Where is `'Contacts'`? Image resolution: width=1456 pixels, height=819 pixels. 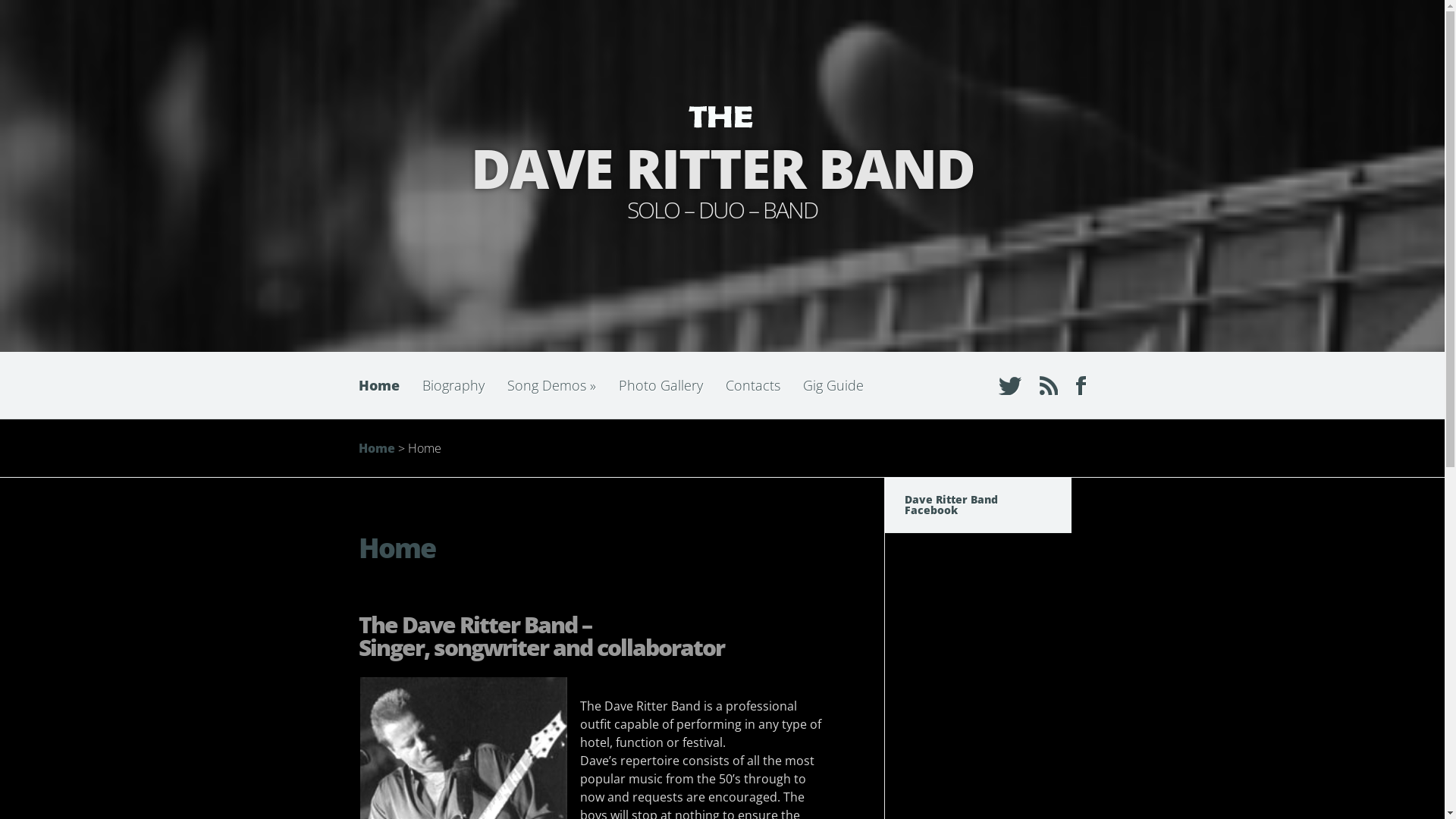 'Contacts' is located at coordinates (753, 384).